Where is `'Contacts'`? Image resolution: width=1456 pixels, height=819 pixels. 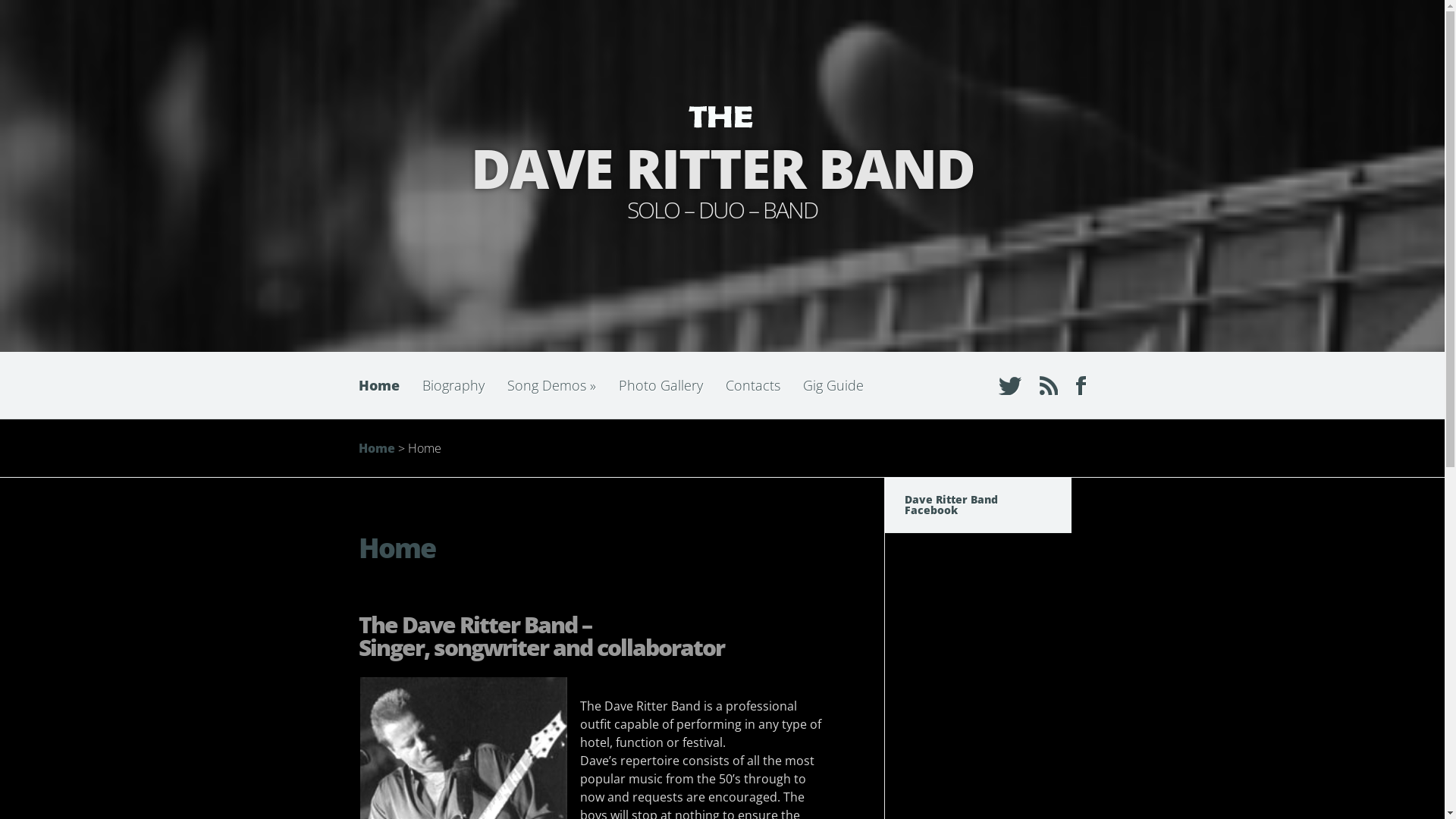 'Contacts' is located at coordinates (753, 384).